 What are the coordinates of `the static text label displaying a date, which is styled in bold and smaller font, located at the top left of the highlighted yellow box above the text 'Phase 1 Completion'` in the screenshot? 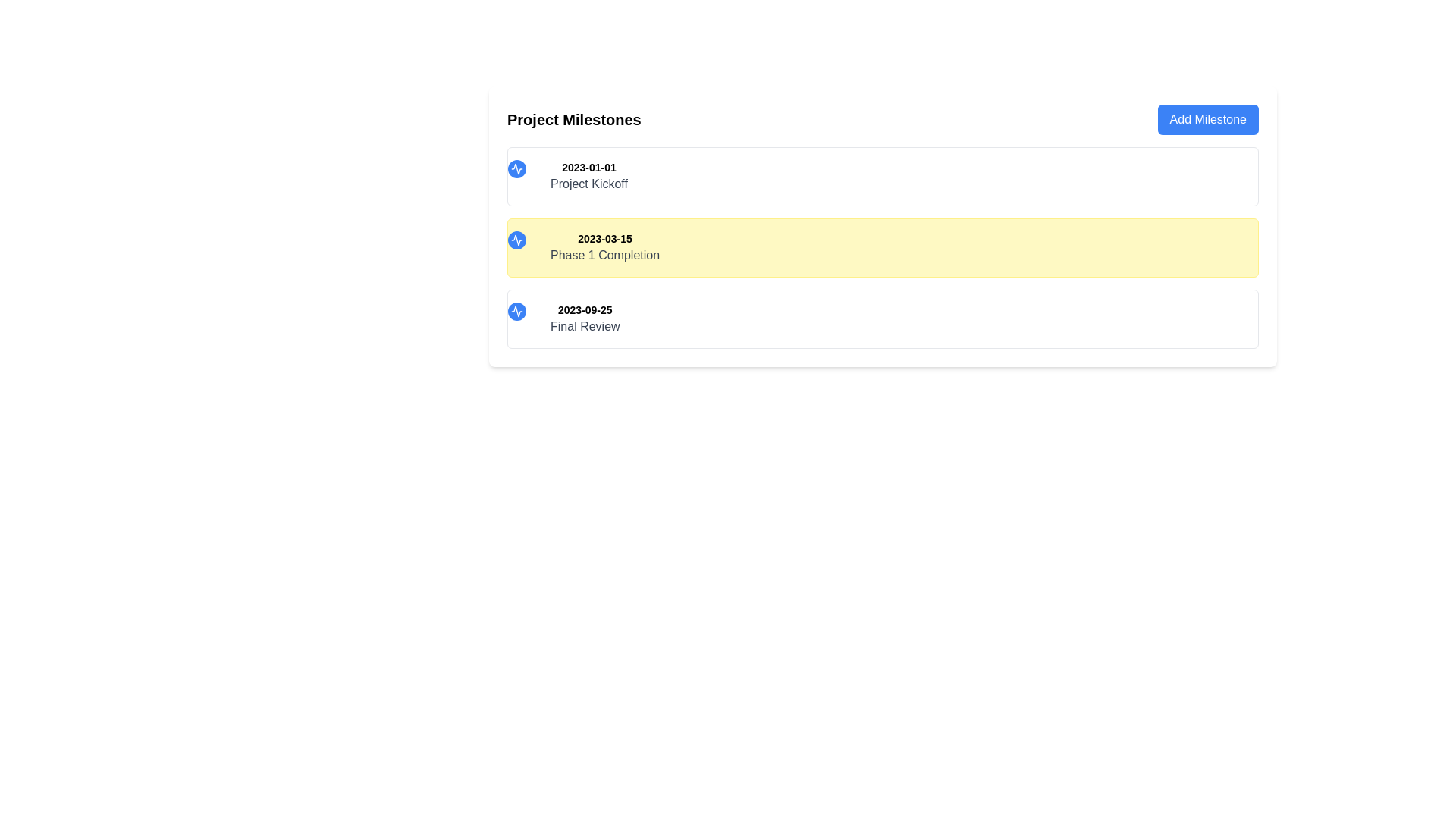 It's located at (604, 239).